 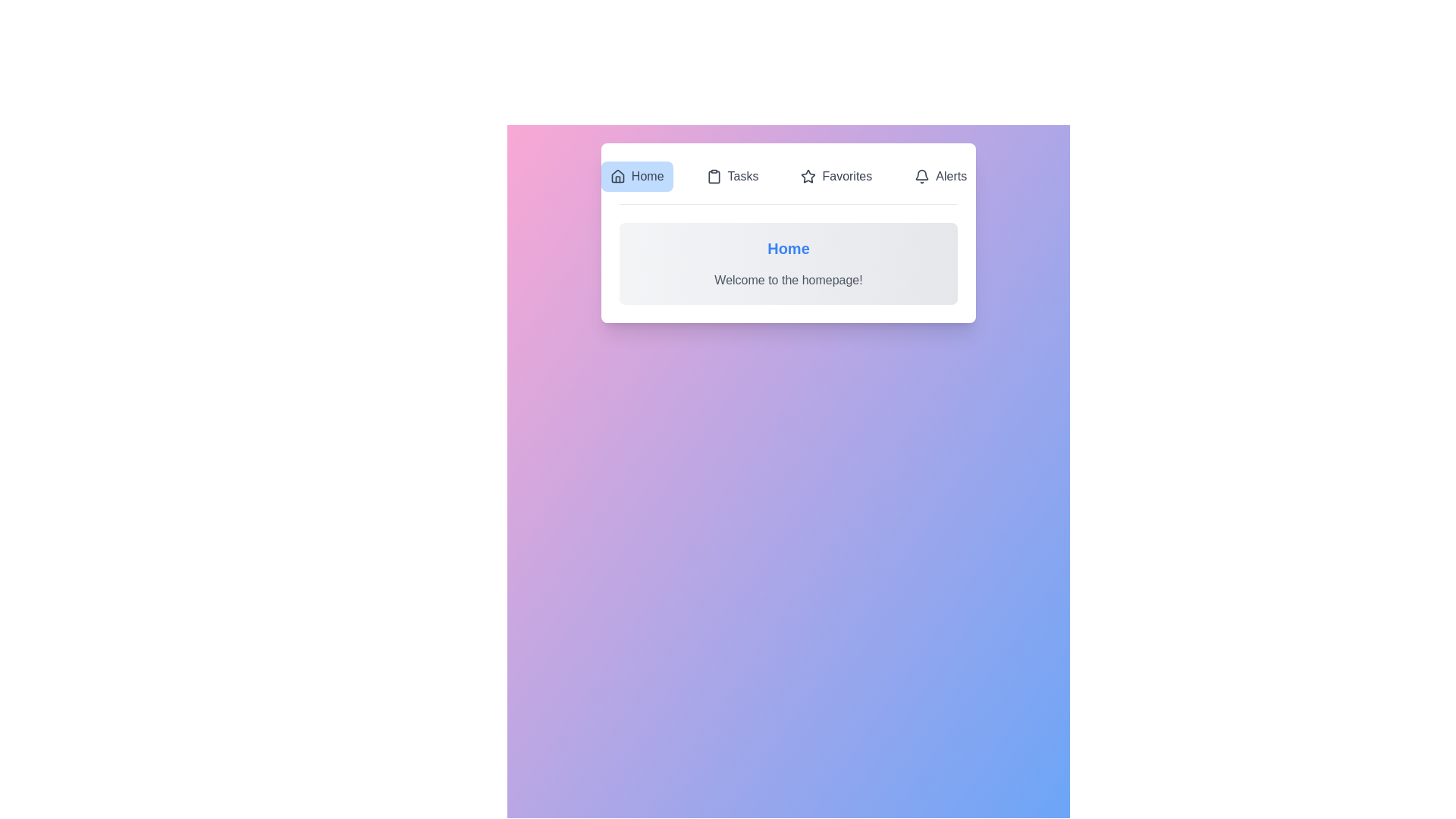 I want to click on the tab labeled Alerts to view its content, so click(x=939, y=175).